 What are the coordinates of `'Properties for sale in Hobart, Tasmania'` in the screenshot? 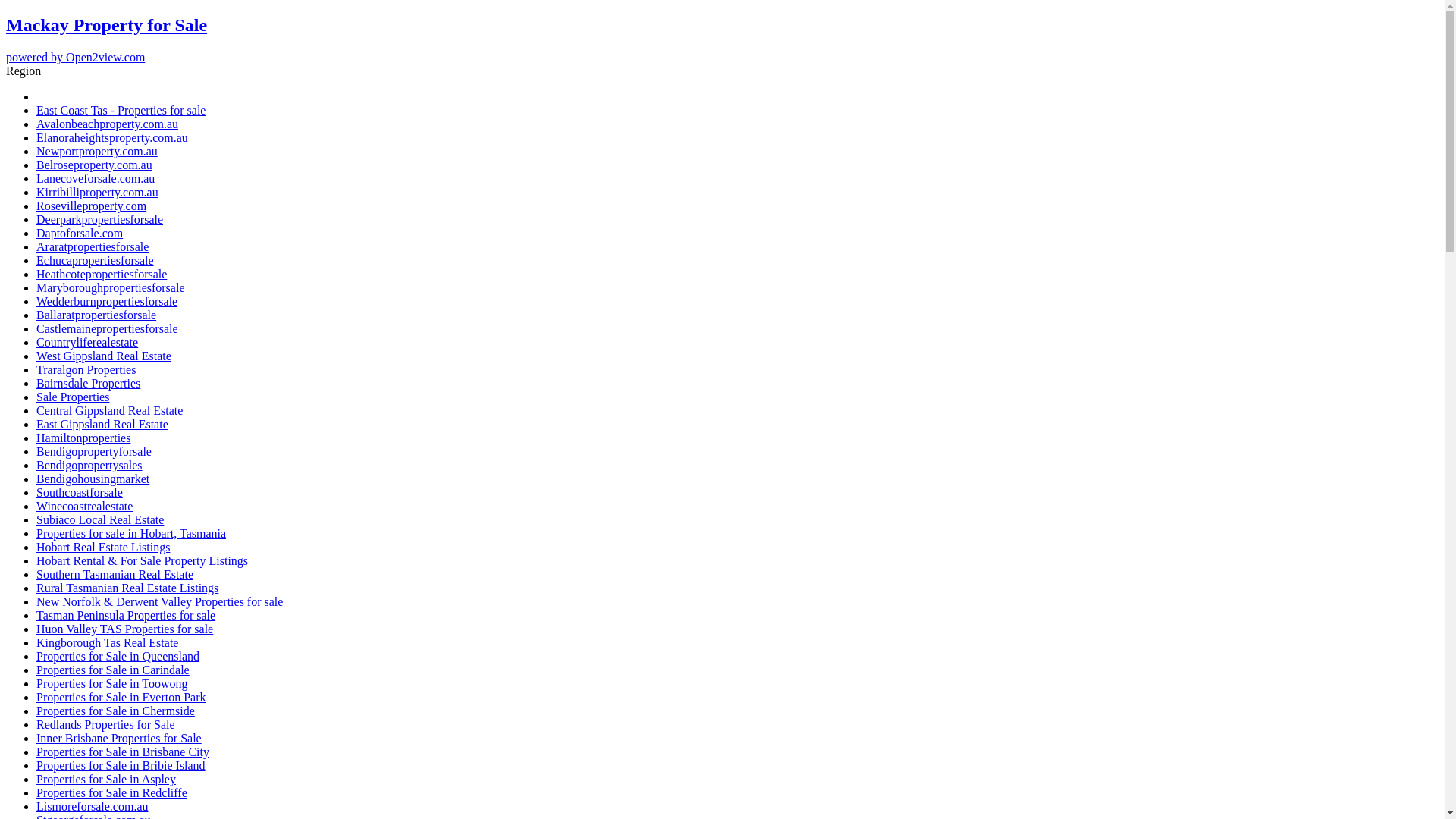 It's located at (130, 532).